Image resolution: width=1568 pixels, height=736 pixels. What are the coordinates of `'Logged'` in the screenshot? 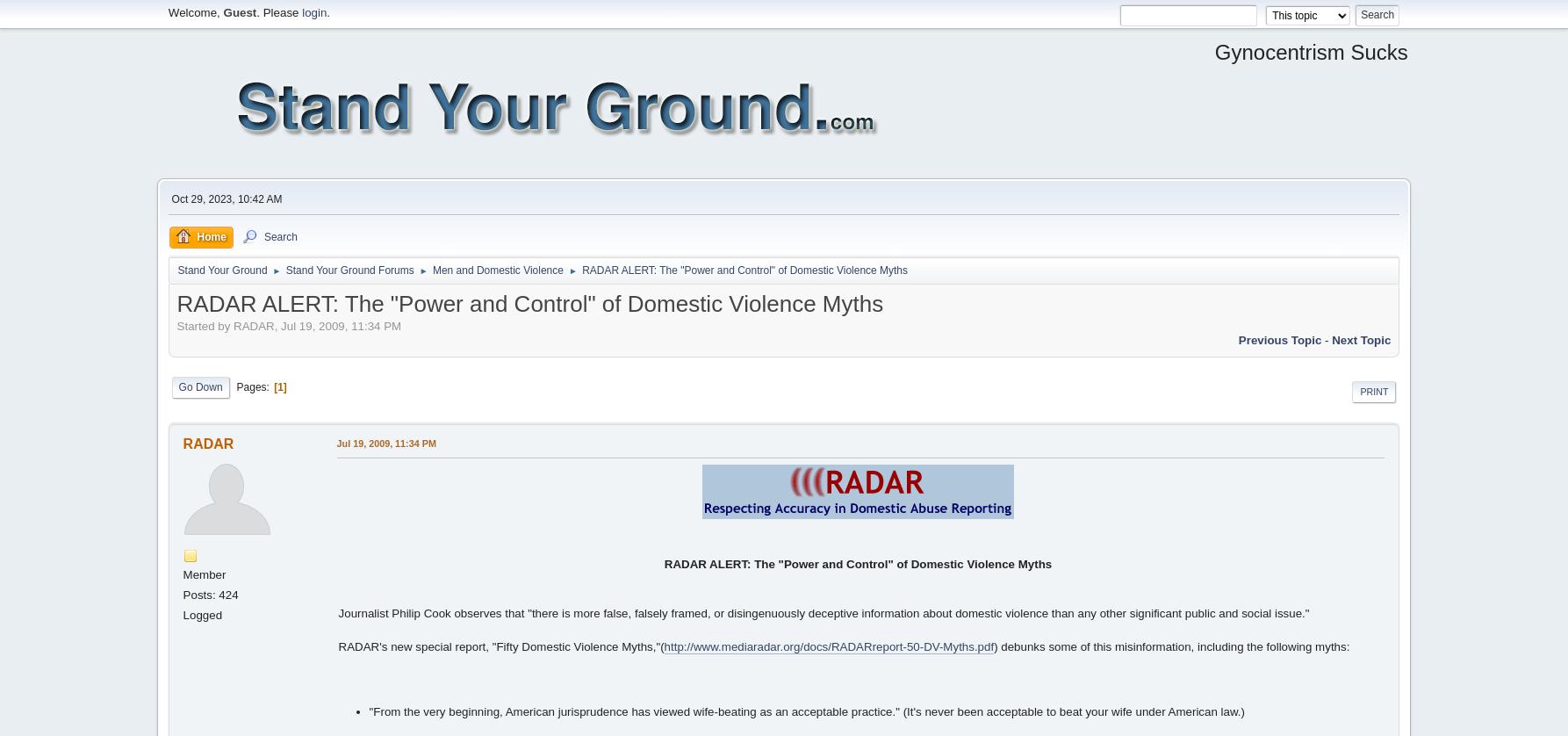 It's located at (182, 614).